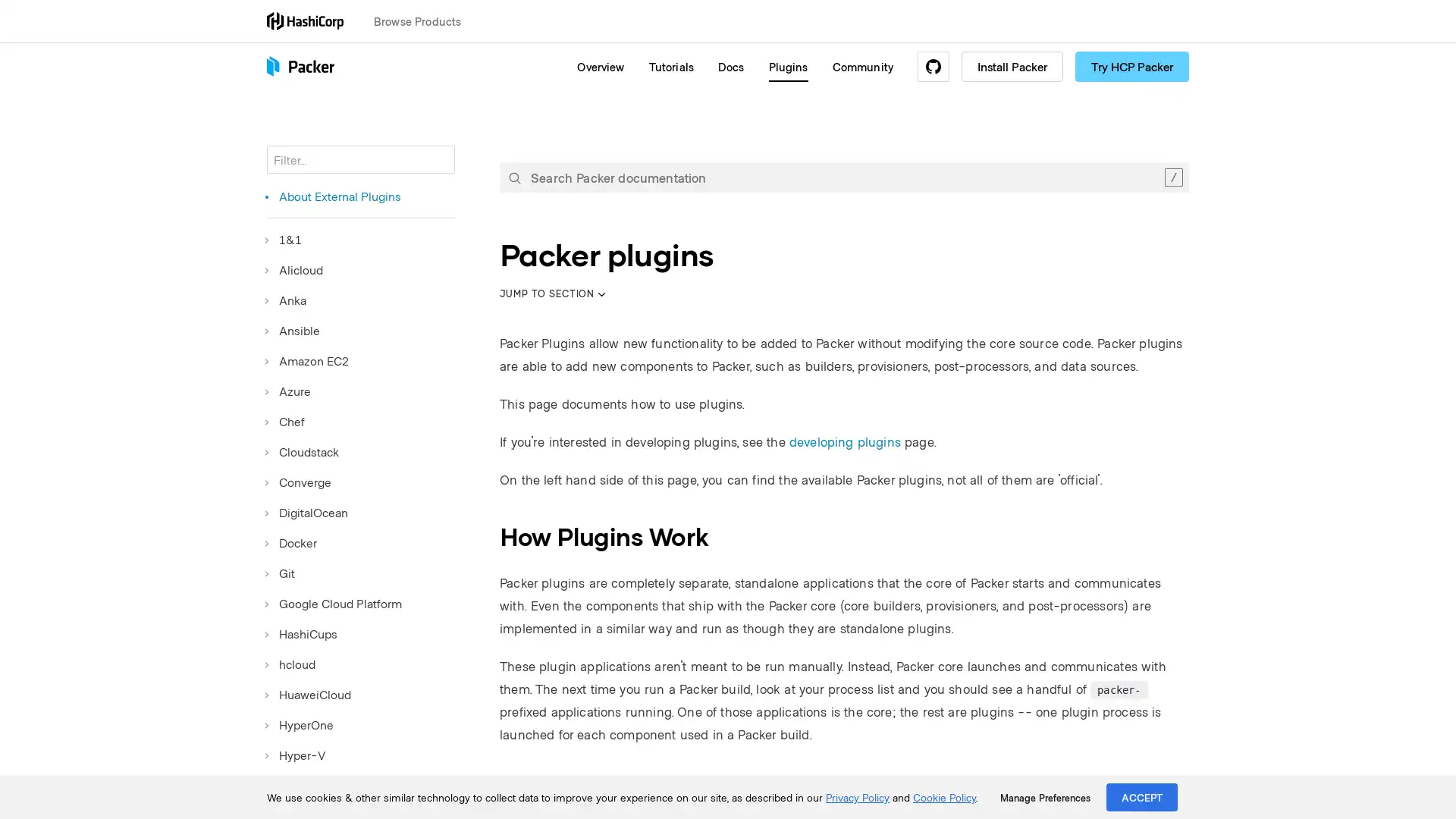  Describe the element at coordinates (334, 602) in the screenshot. I see `Google Cloud Platform` at that location.